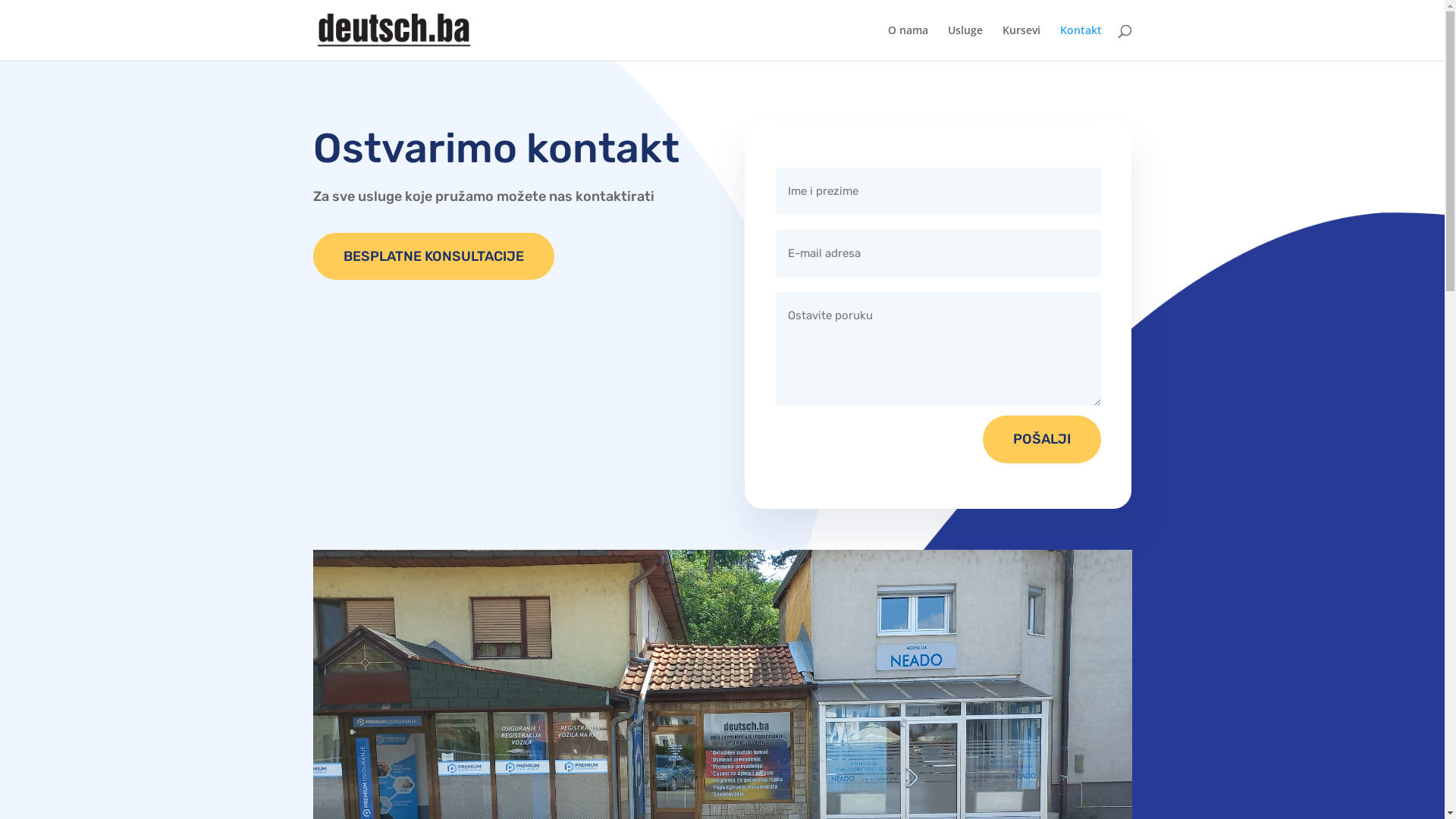 The width and height of the screenshot is (1456, 819). What do you see at coordinates (1021, 42) in the screenshot?
I see `'Kursevi'` at bounding box center [1021, 42].